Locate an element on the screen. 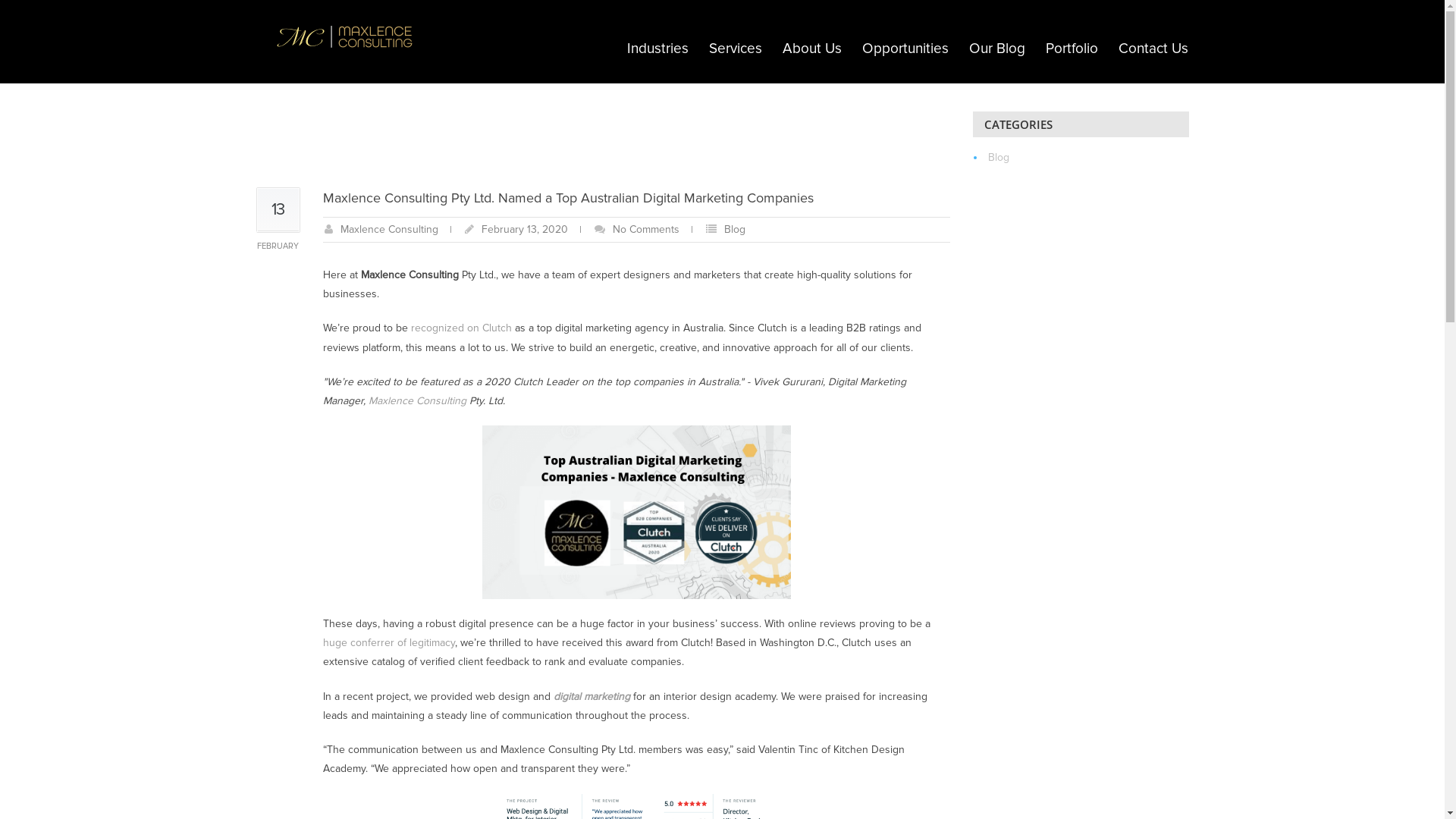 This screenshot has height=819, width=1456. 'digital marketing' is located at coordinates (591, 696).